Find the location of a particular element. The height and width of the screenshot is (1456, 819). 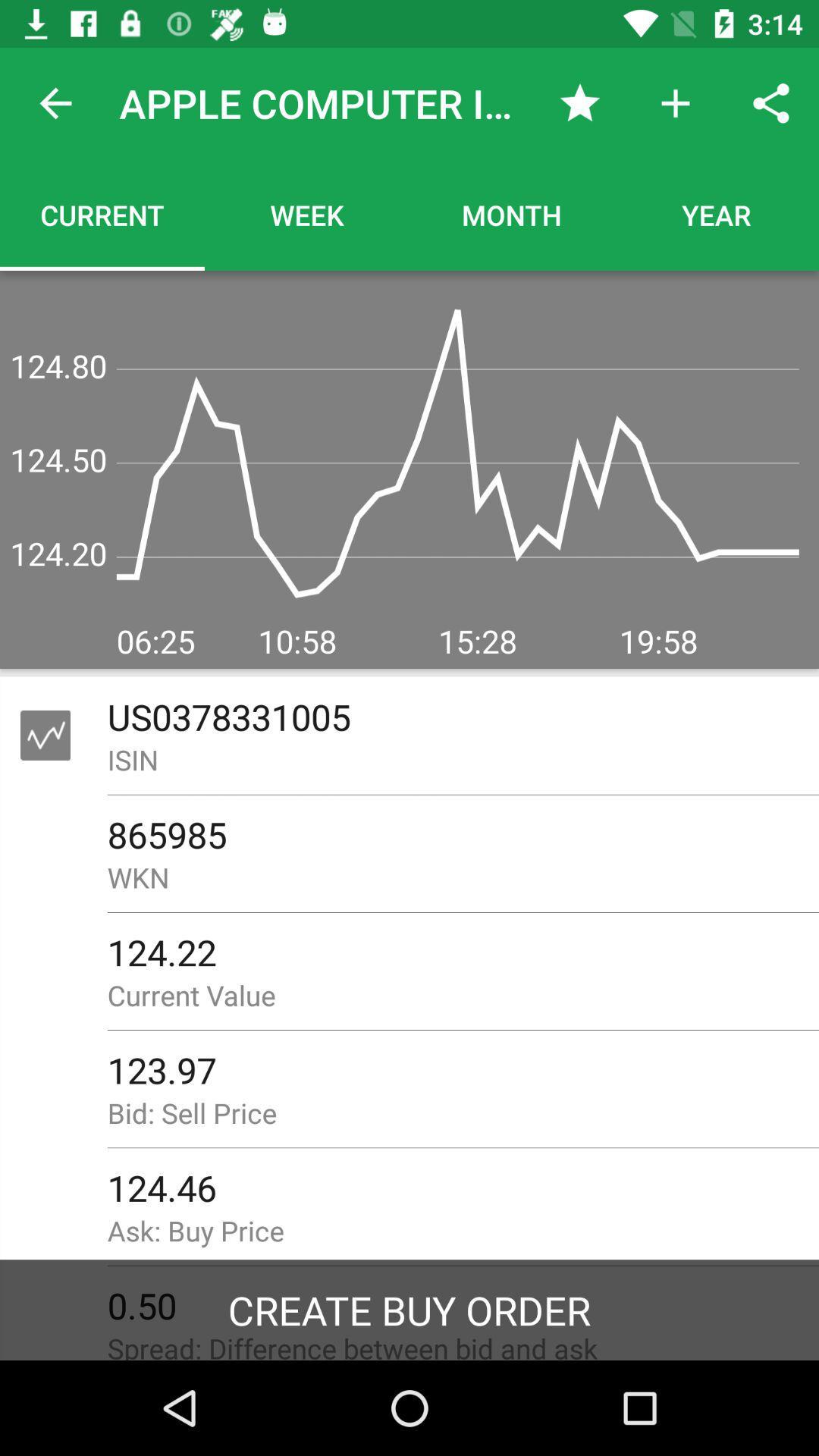

the icon above year is located at coordinates (771, 102).